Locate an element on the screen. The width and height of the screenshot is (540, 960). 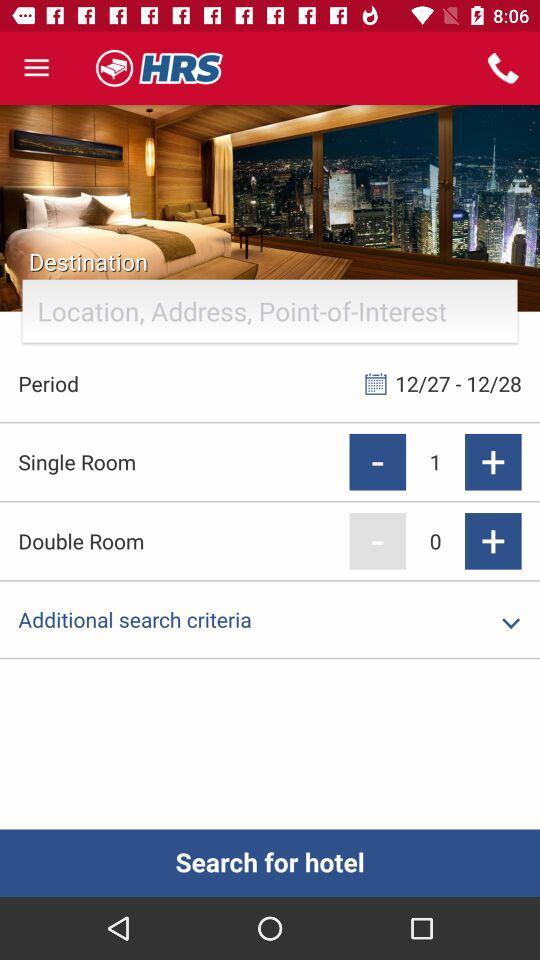
the dropdown is located at coordinates (511, 622).